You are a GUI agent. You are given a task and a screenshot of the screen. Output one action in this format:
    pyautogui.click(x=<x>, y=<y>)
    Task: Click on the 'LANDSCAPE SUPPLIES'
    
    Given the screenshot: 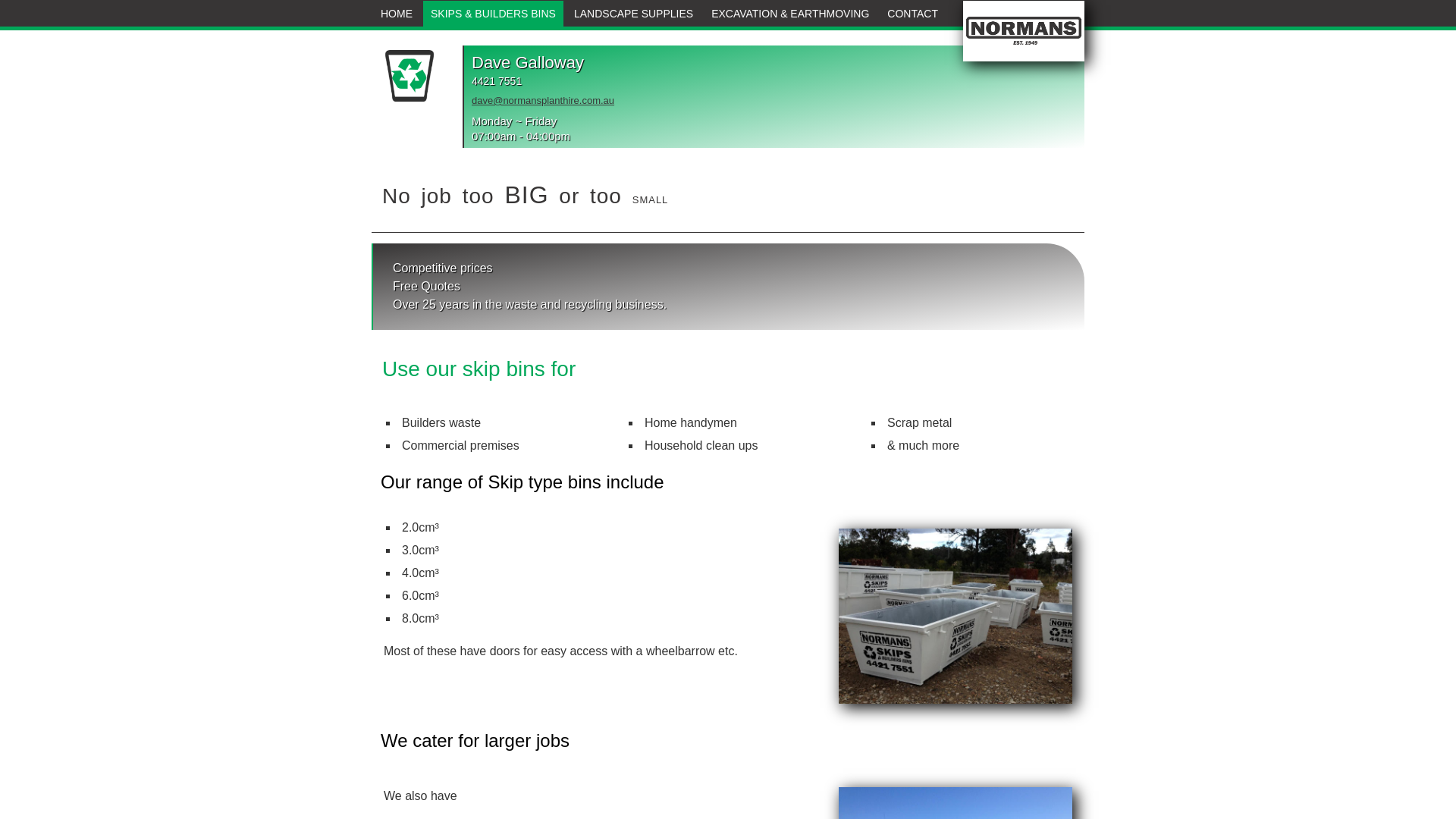 What is the action you would take?
    pyautogui.click(x=633, y=14)
    